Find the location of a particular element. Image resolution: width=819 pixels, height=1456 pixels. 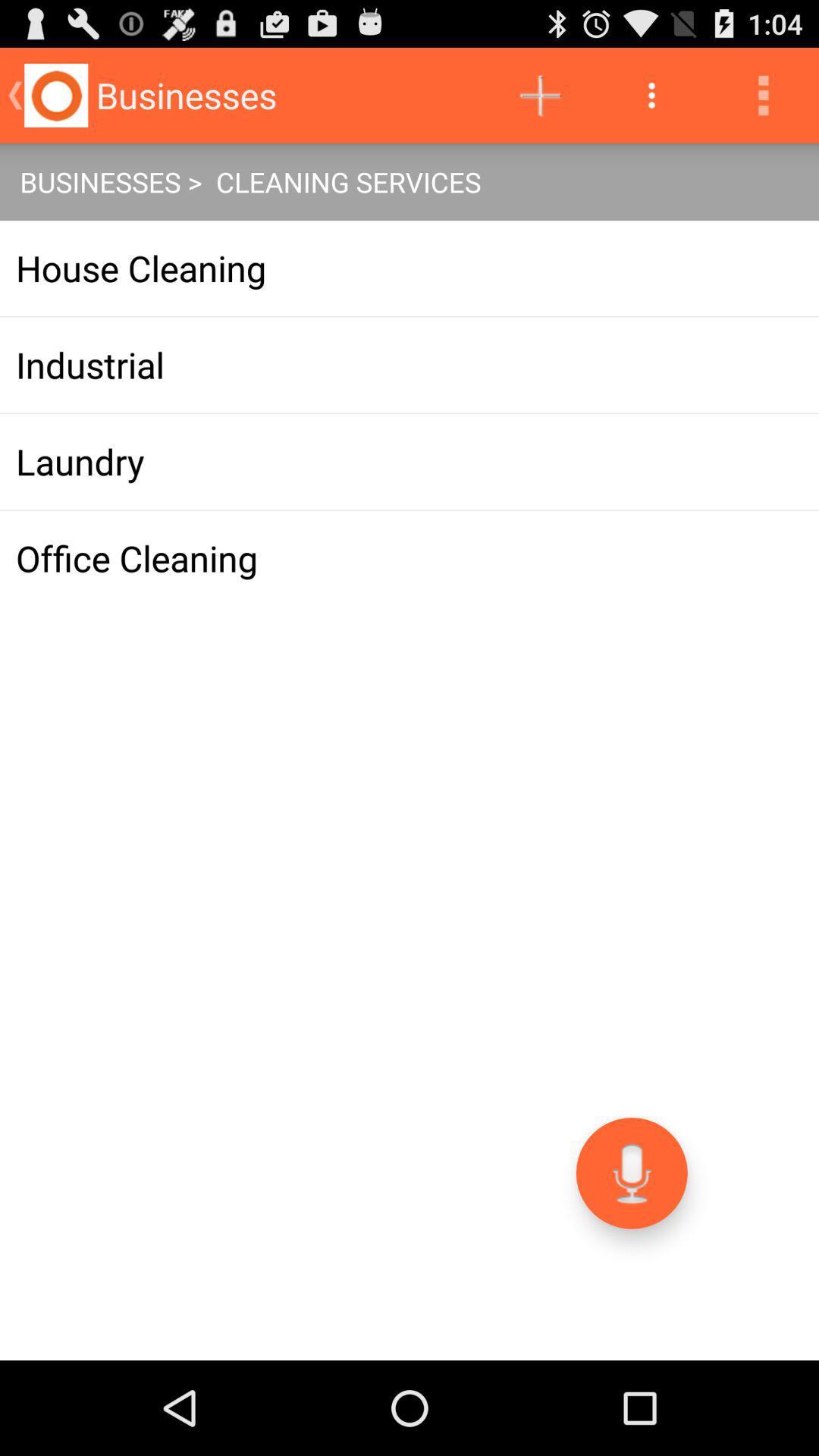

item to the right of the businesses is located at coordinates (539, 94).